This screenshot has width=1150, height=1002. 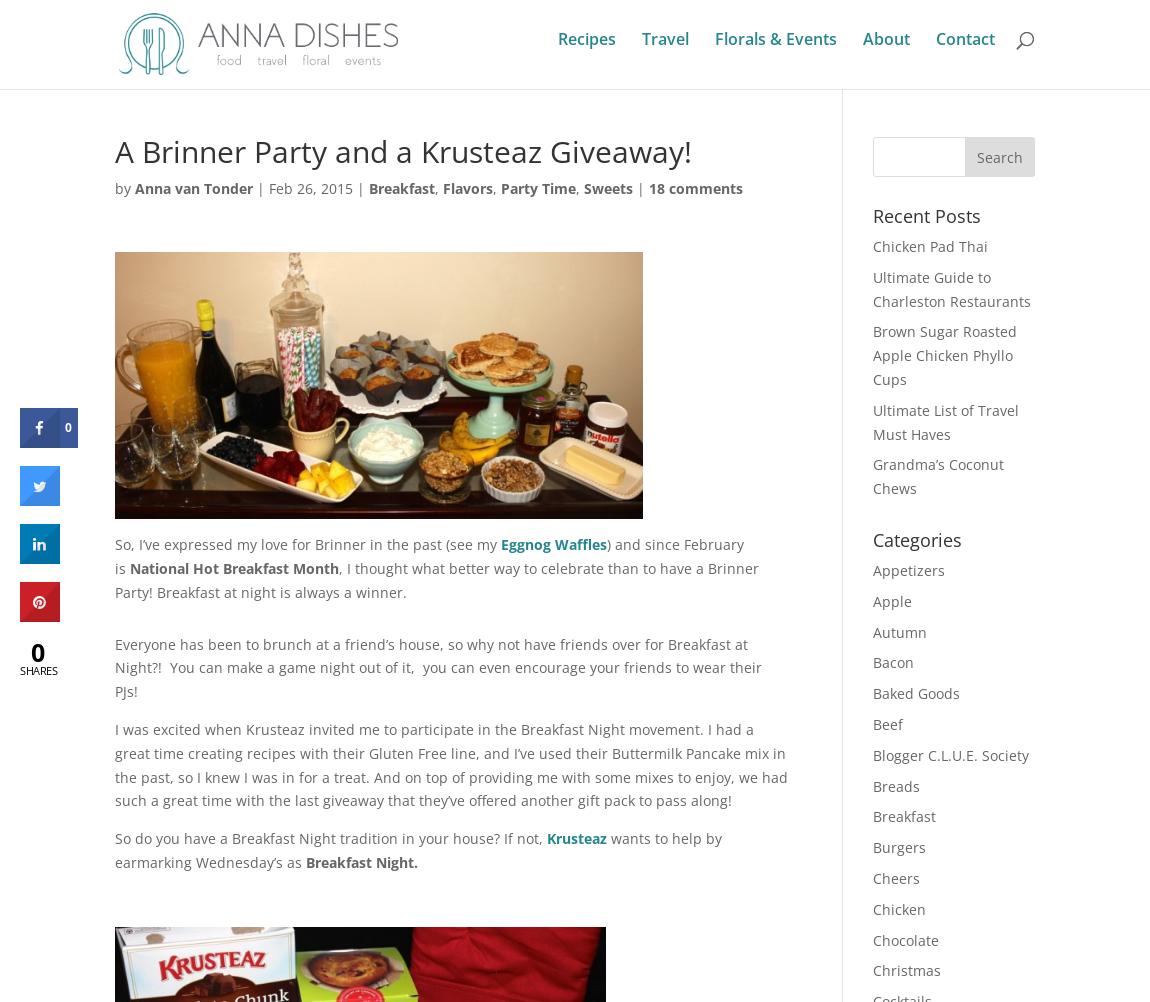 I want to click on 'Ultimate List of Travel Must Haves', so click(x=944, y=420).